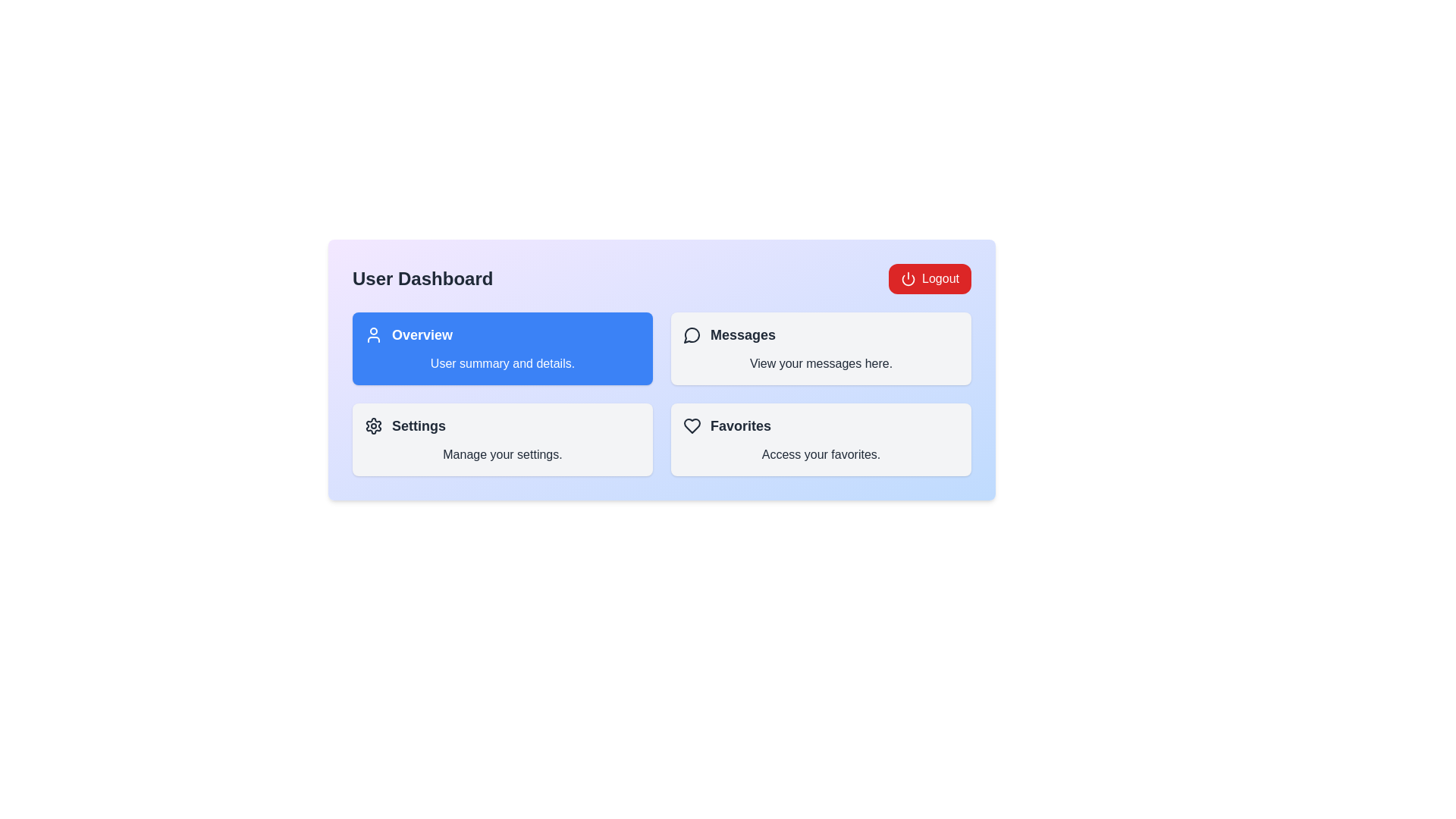 The image size is (1456, 819). What do you see at coordinates (821, 439) in the screenshot?
I see `the navigation card located in the lower-right corner of the grid layout` at bounding box center [821, 439].